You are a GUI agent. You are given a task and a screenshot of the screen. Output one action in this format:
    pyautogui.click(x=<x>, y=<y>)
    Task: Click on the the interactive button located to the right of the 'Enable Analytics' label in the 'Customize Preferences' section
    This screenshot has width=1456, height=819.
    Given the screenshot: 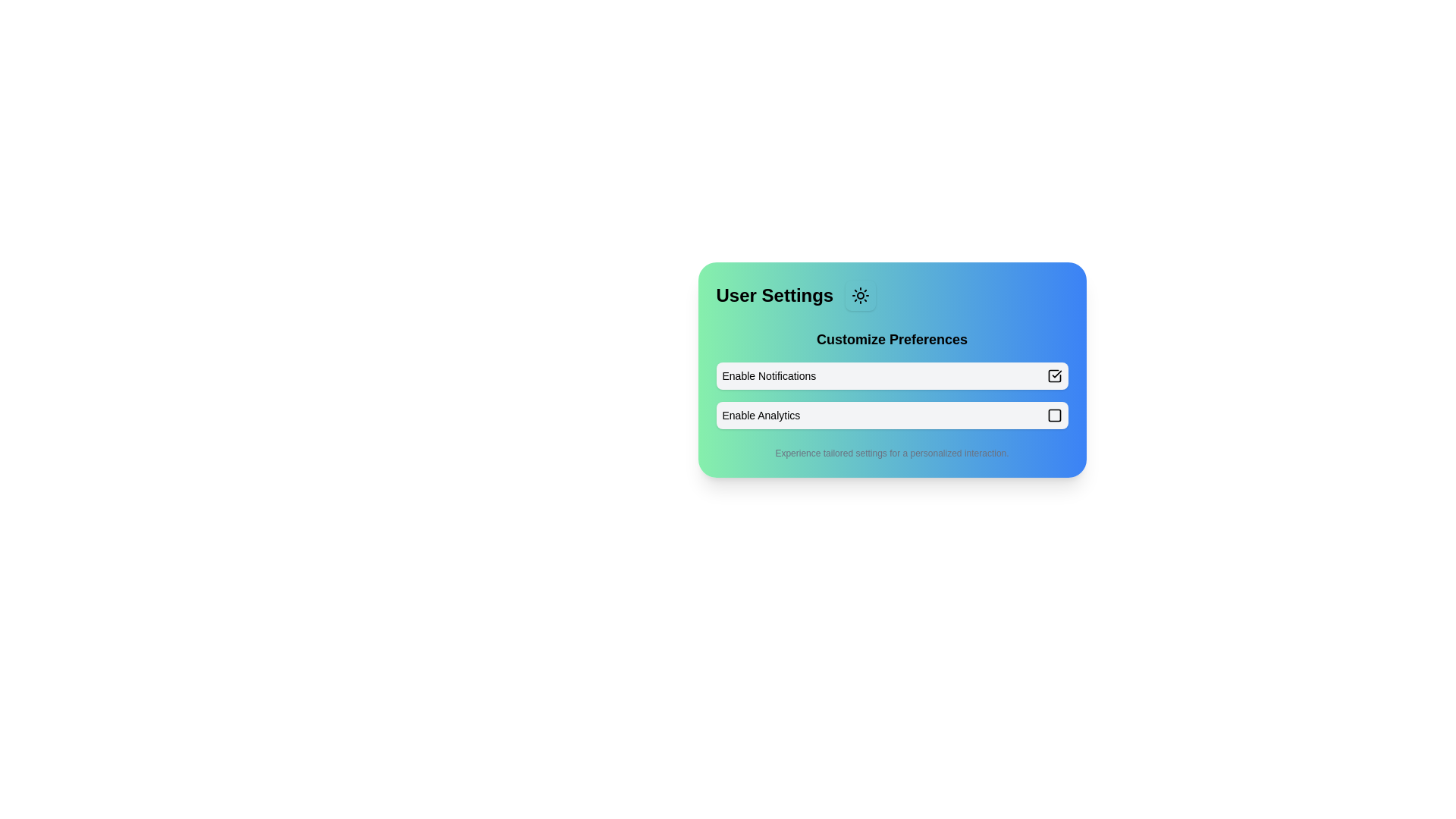 What is the action you would take?
    pyautogui.click(x=1053, y=415)
    